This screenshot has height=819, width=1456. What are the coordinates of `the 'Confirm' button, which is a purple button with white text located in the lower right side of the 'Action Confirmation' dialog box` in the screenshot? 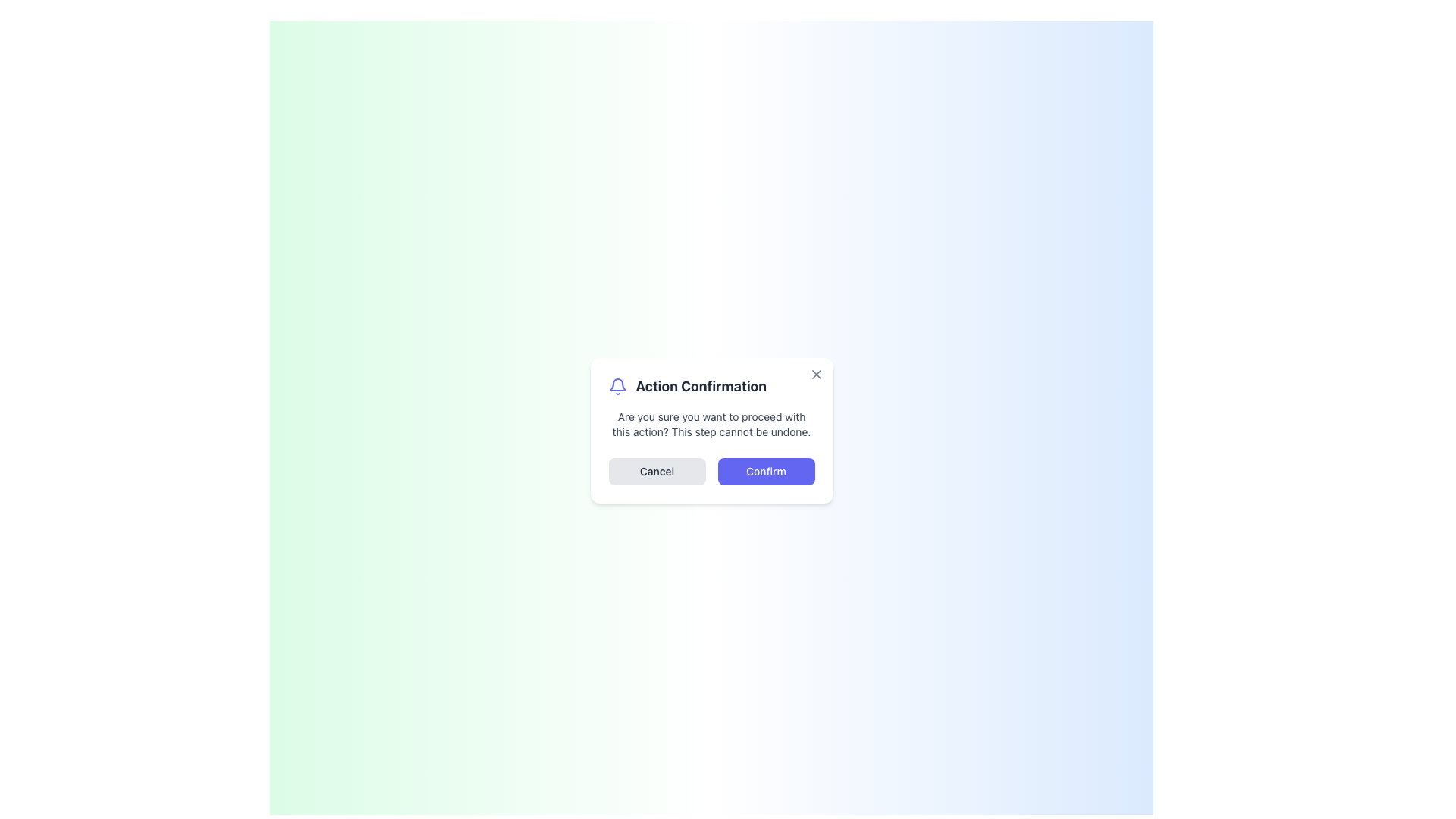 It's located at (766, 470).